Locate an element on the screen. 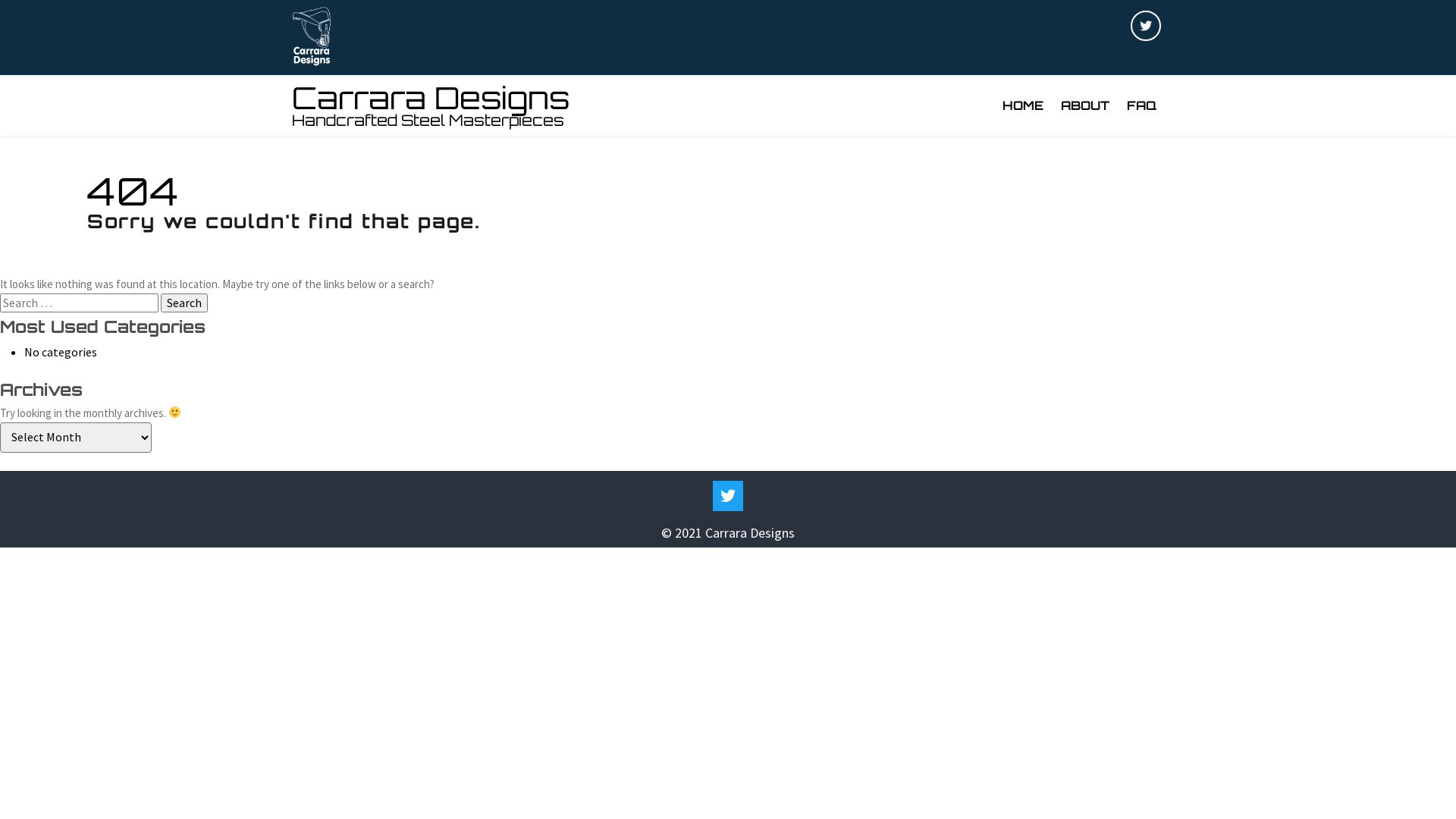  'FAQ' is located at coordinates (1141, 105).